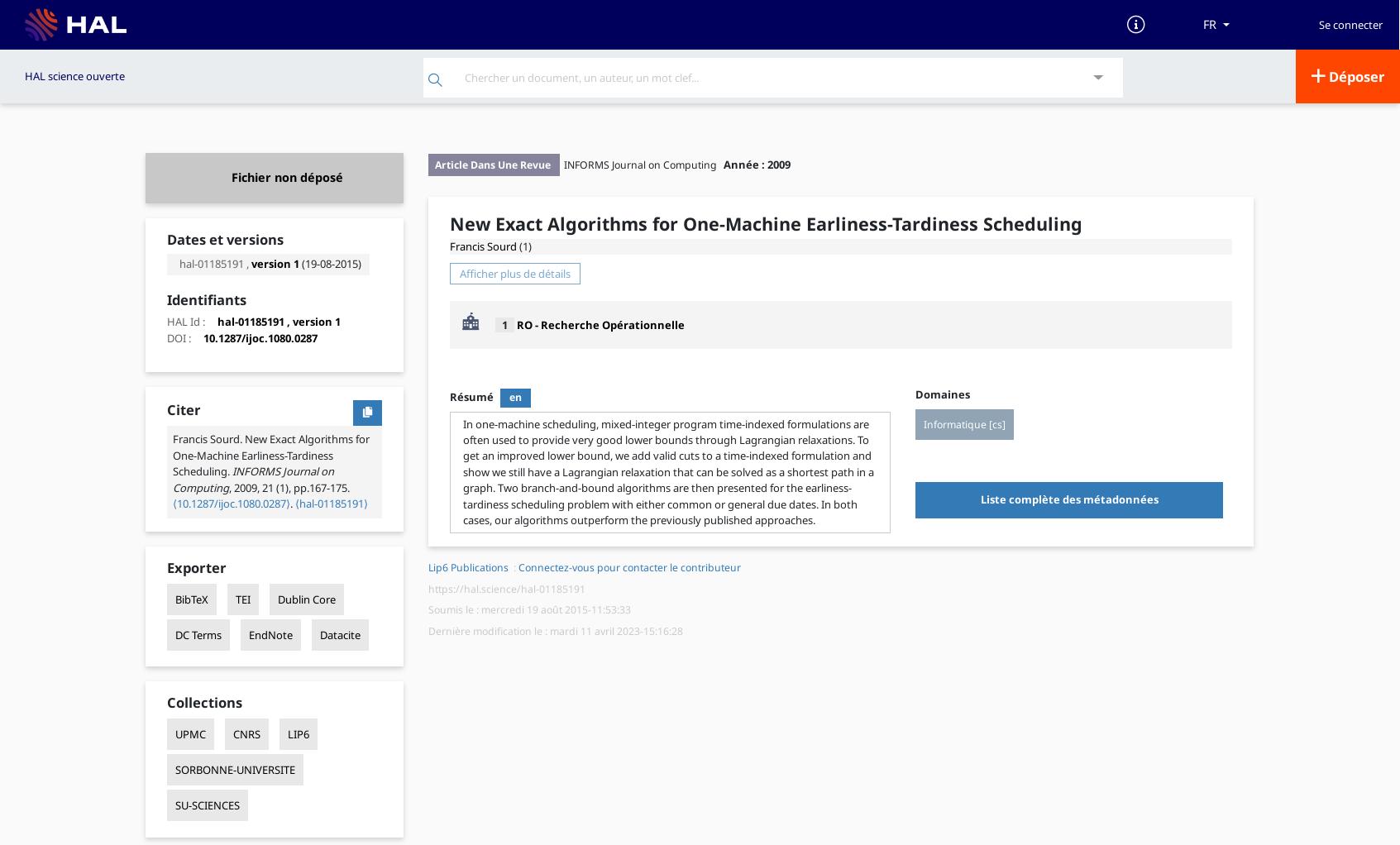 The height and width of the screenshot is (845, 1400). What do you see at coordinates (206, 299) in the screenshot?
I see `'Identifiants'` at bounding box center [206, 299].